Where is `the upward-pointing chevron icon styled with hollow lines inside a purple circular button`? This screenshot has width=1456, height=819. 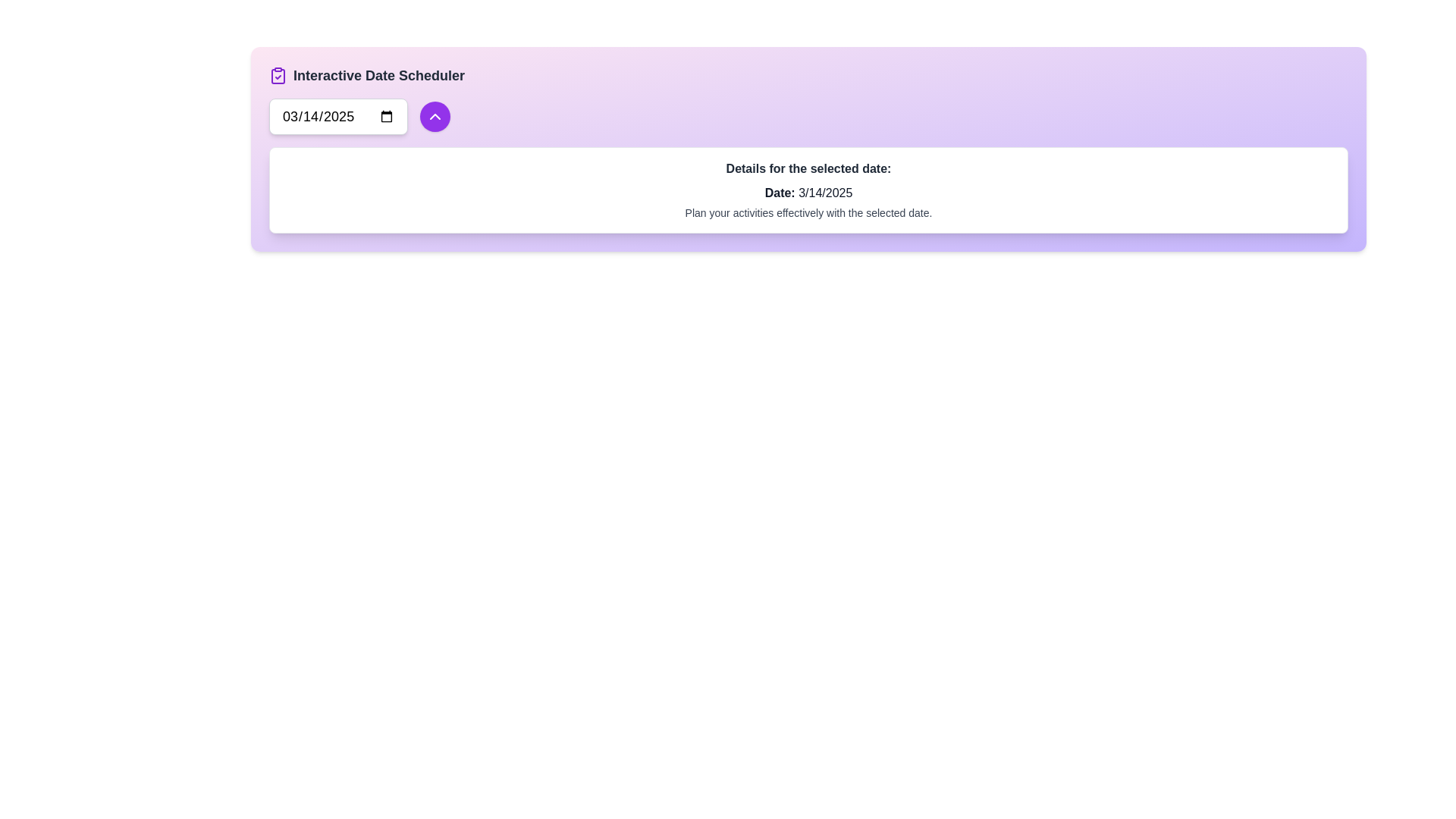
the upward-pointing chevron icon styled with hollow lines inside a purple circular button is located at coordinates (435, 116).